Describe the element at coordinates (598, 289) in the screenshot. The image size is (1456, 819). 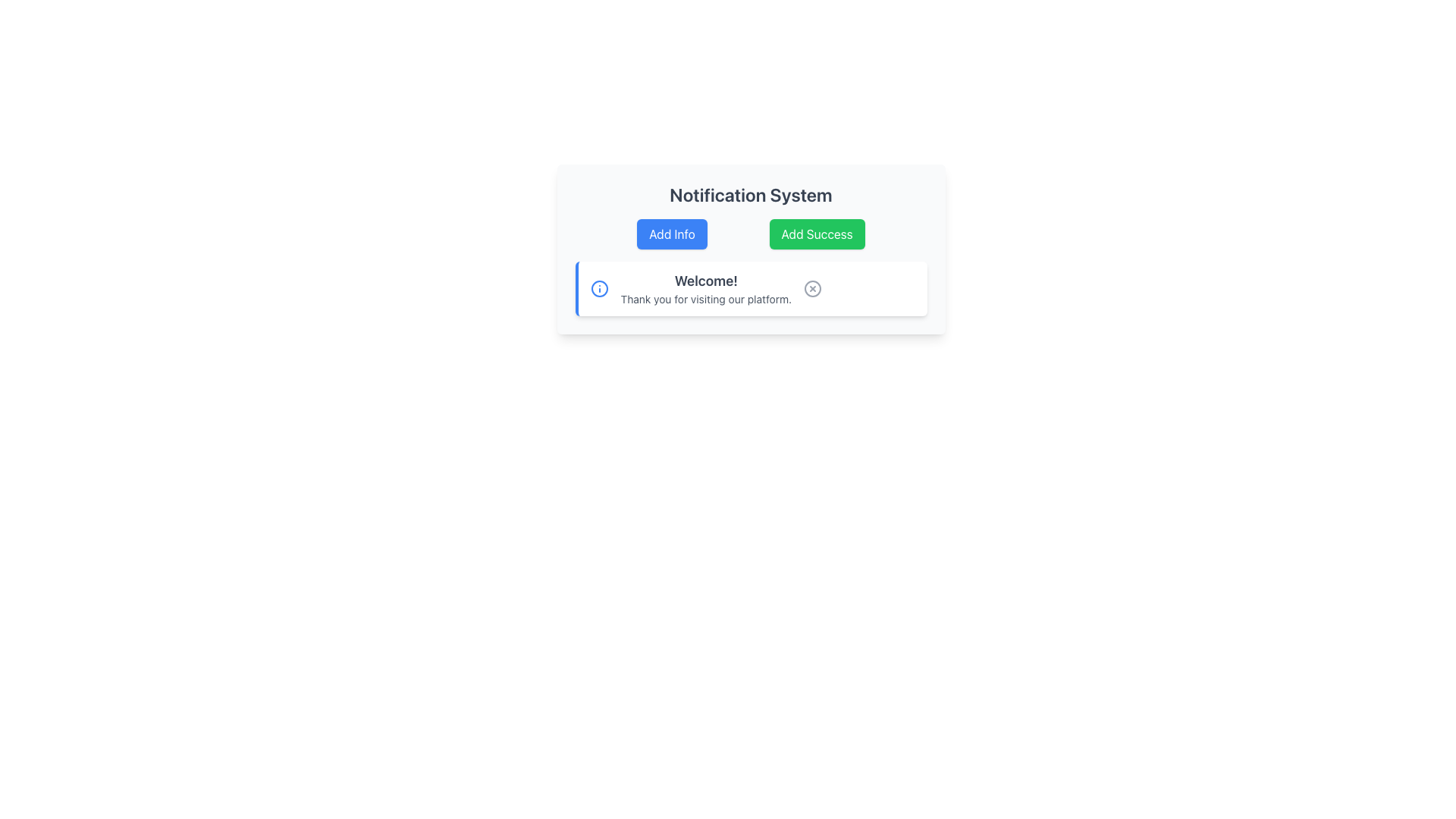
I see `the information icon, which is a circular icon with a blue outline located at the beginning of a notification box, to the left of the title 'Welcome!'` at that location.